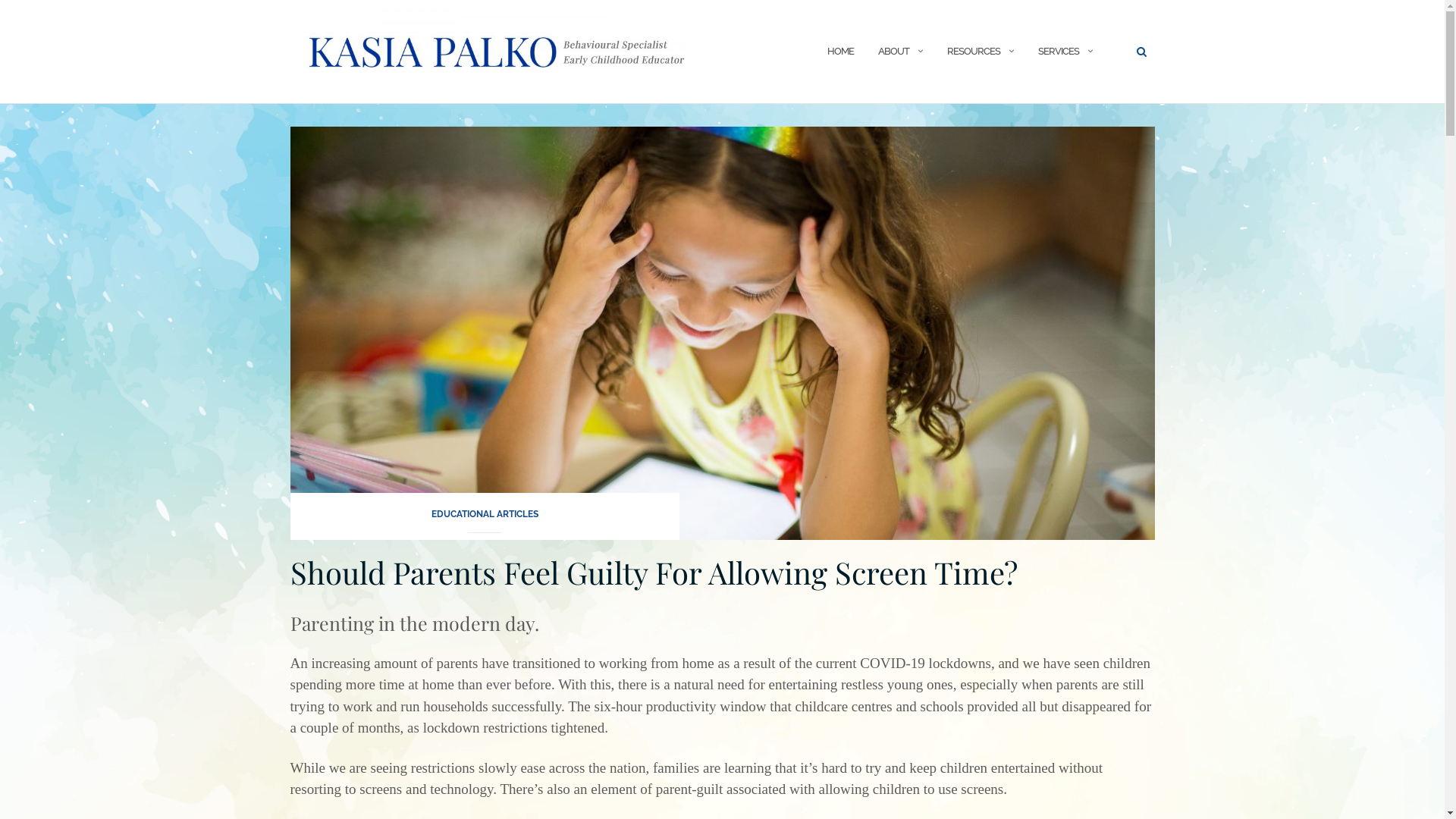 The image size is (1456, 819). What do you see at coordinates (1057, 51) in the screenshot?
I see `'SERVICES'` at bounding box center [1057, 51].